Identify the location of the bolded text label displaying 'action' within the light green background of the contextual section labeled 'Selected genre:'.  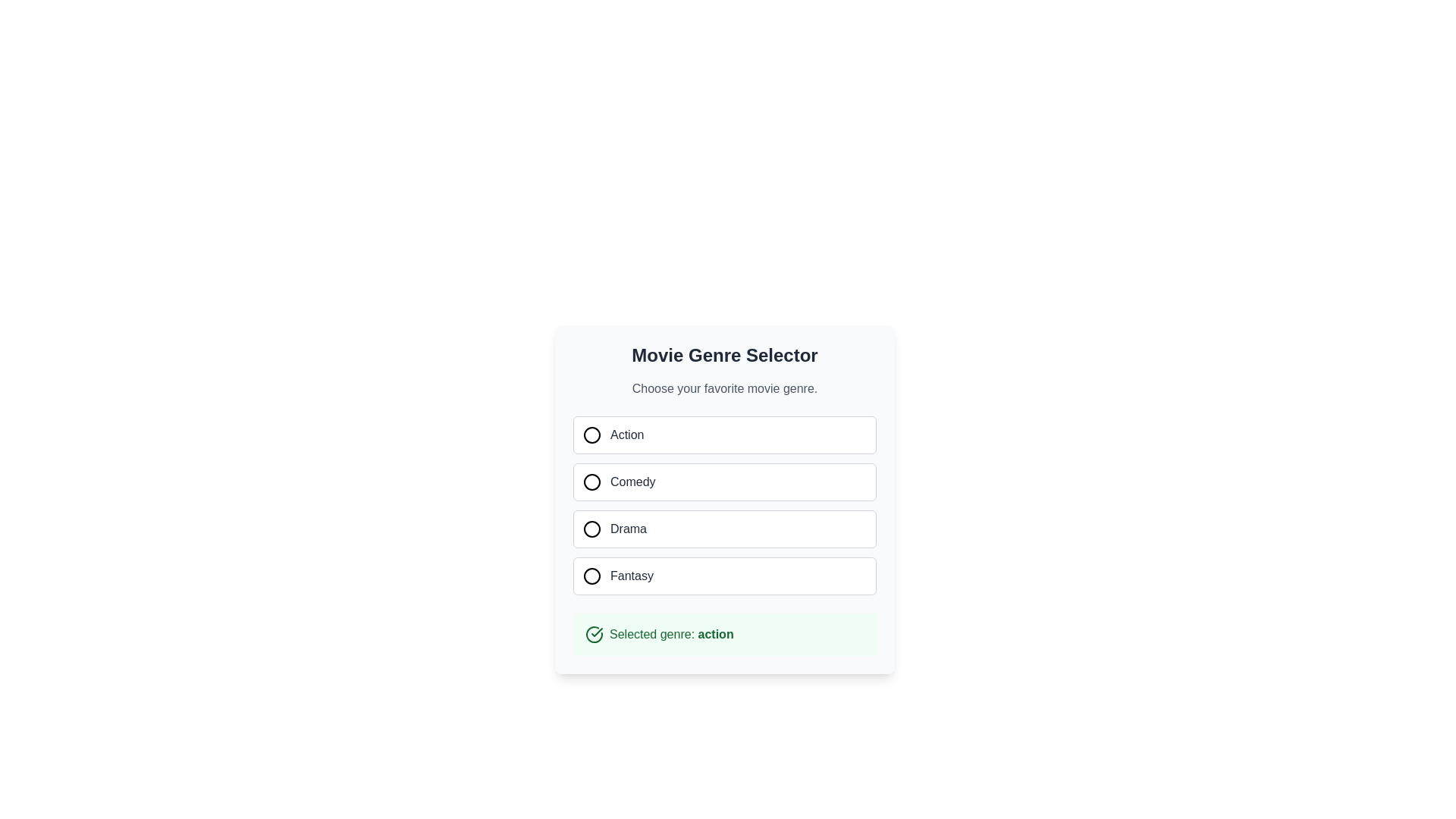
(715, 634).